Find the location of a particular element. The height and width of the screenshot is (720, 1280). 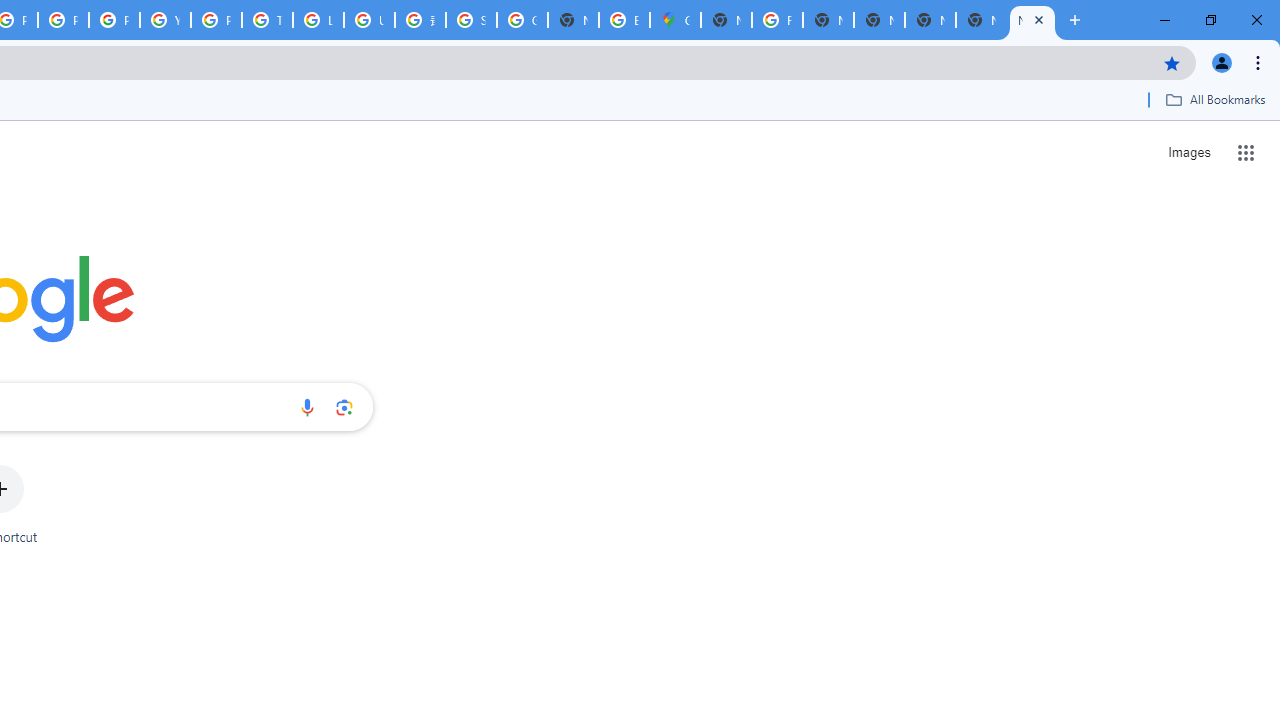

'New Tab' is located at coordinates (981, 20).